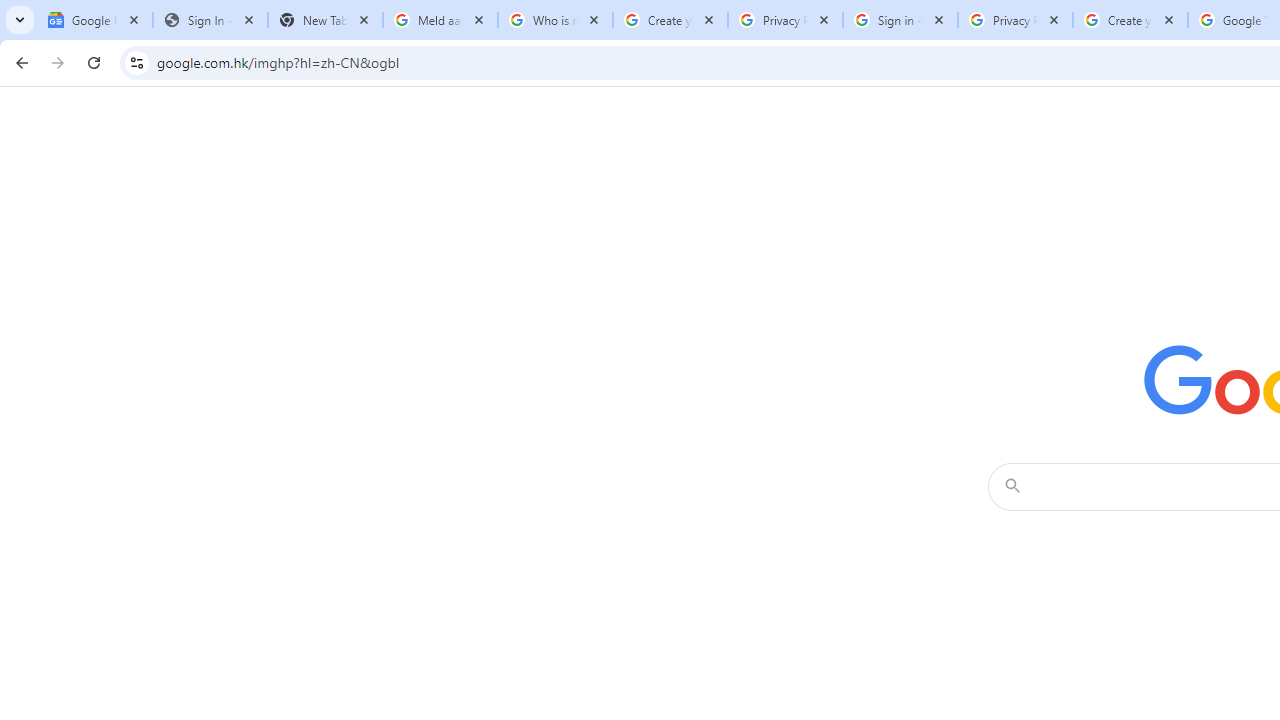 The width and height of the screenshot is (1280, 720). Describe the element at coordinates (1130, 20) in the screenshot. I see `'Create your Google Account'` at that location.